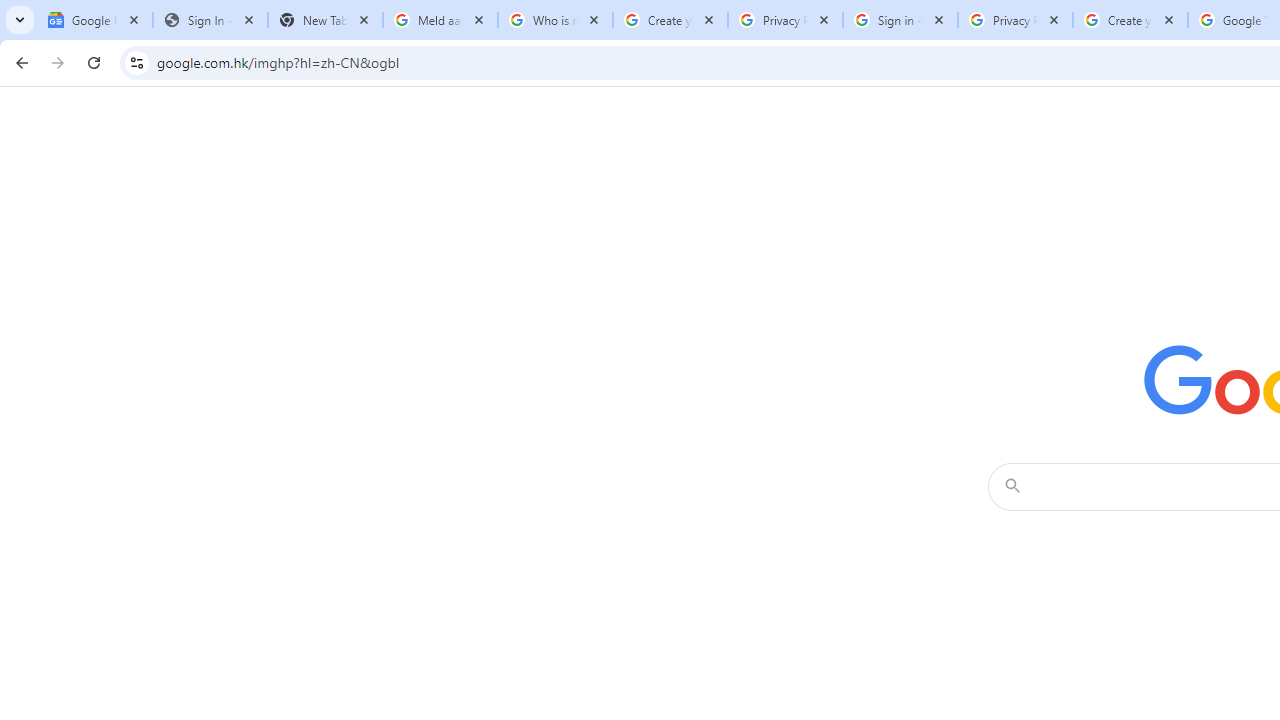 The width and height of the screenshot is (1280, 720). Describe the element at coordinates (1130, 20) in the screenshot. I see `'Create your Google Account'` at that location.